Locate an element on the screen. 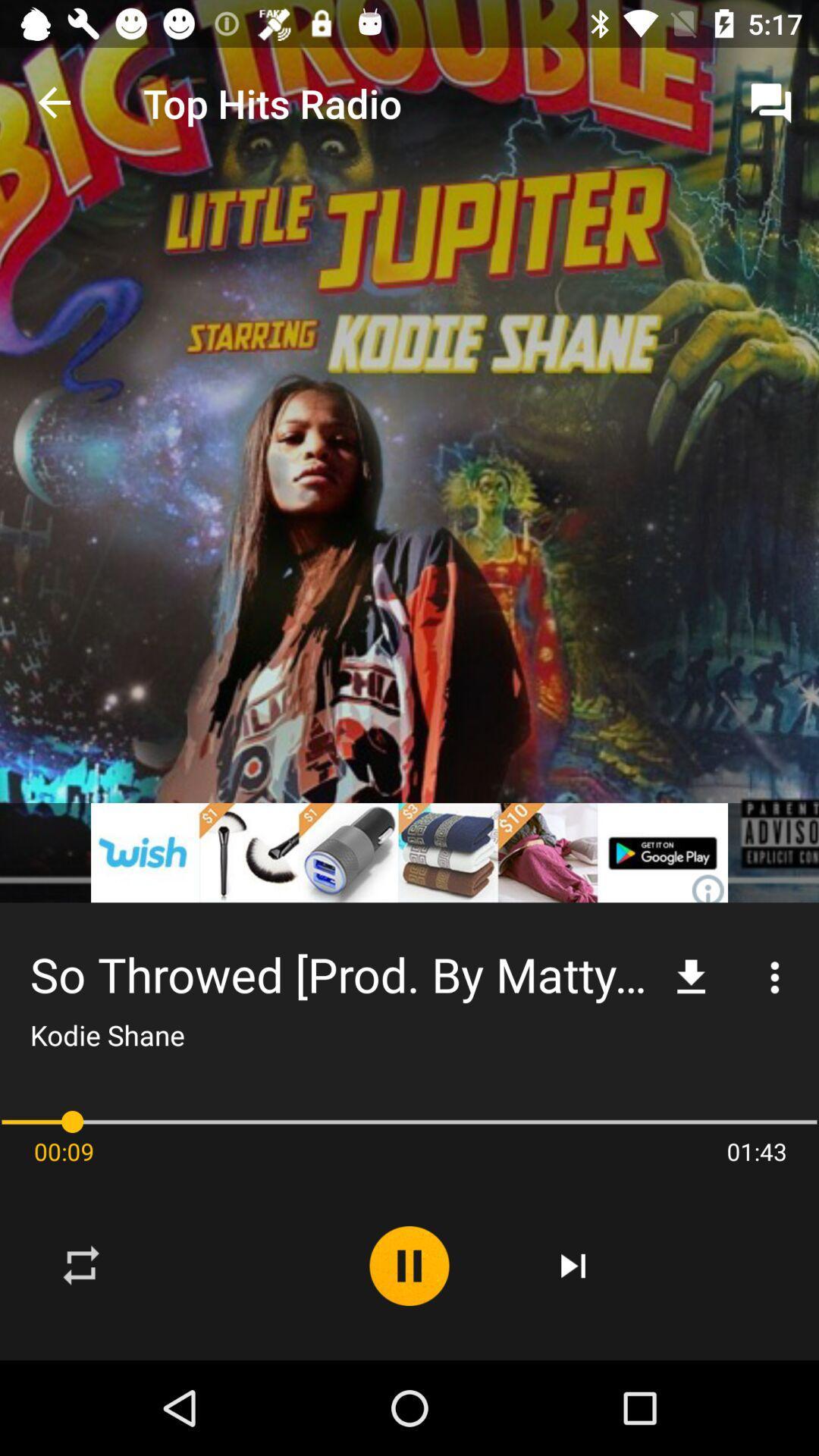  the item to the left of the 01:43 icon is located at coordinates (573, 1266).